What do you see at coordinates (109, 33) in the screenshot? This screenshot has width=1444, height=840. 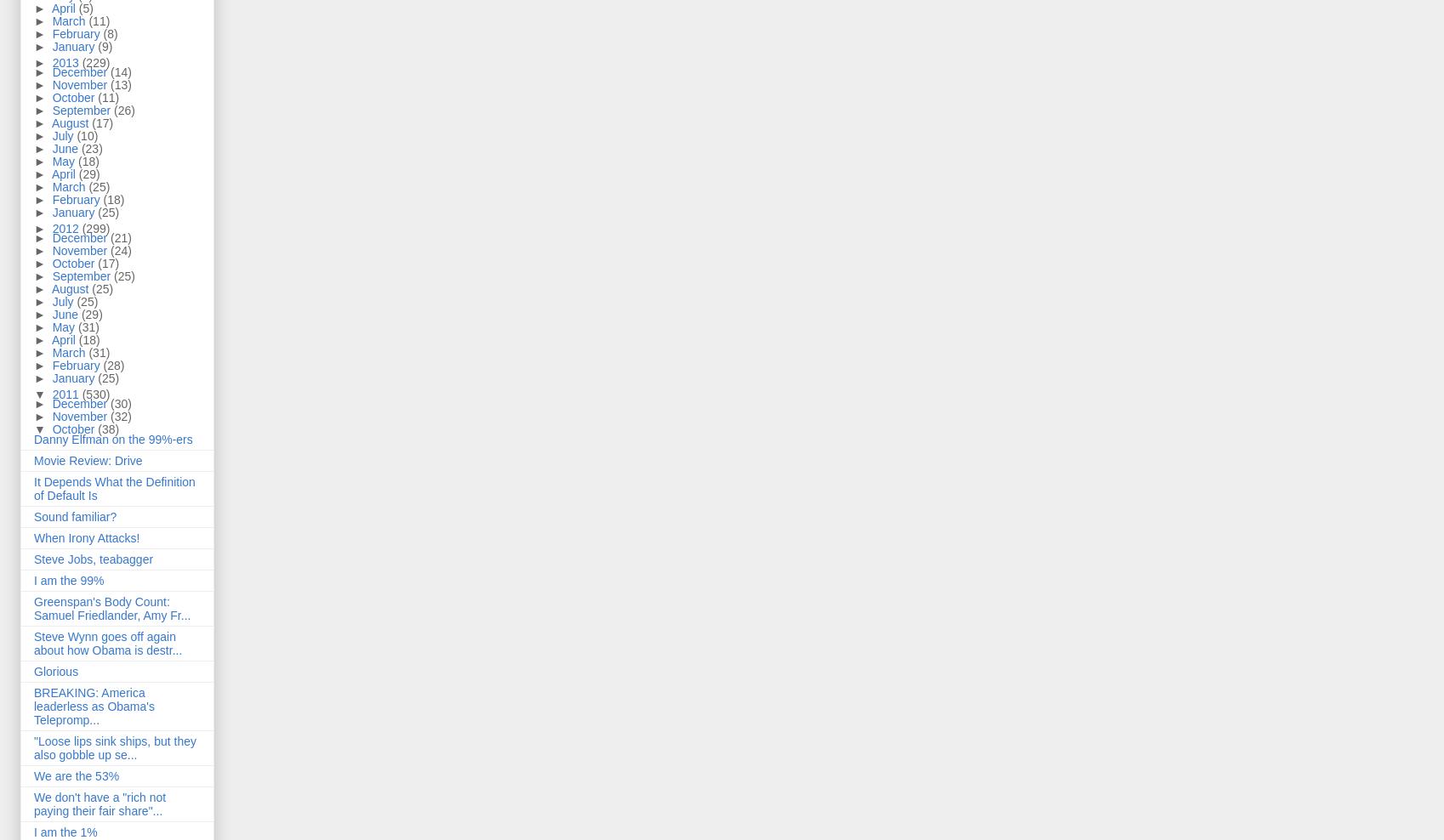 I see `'(8)'` at bounding box center [109, 33].